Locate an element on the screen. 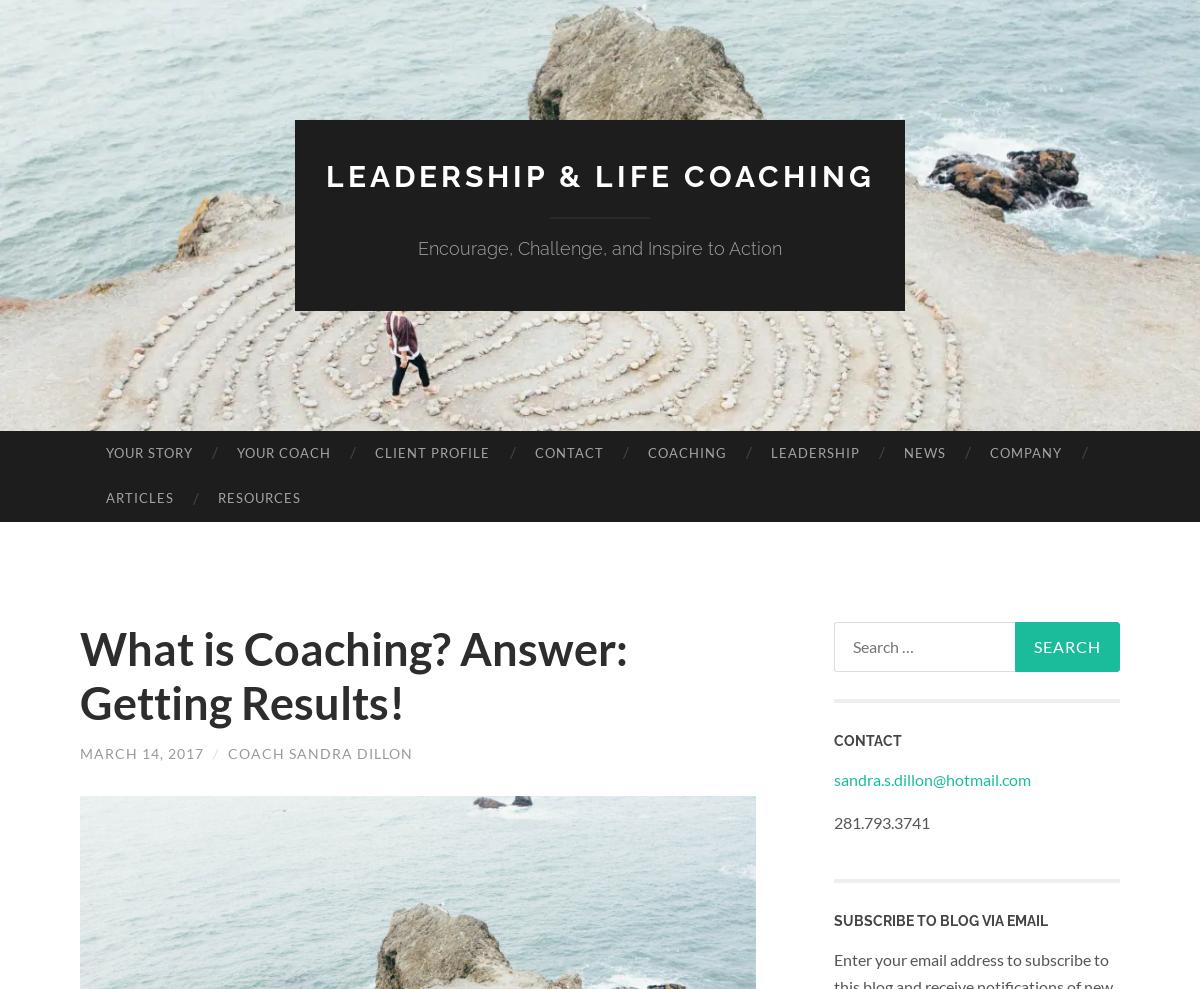  'What is Coaching? Answer: Getting Results!' is located at coordinates (354, 673).